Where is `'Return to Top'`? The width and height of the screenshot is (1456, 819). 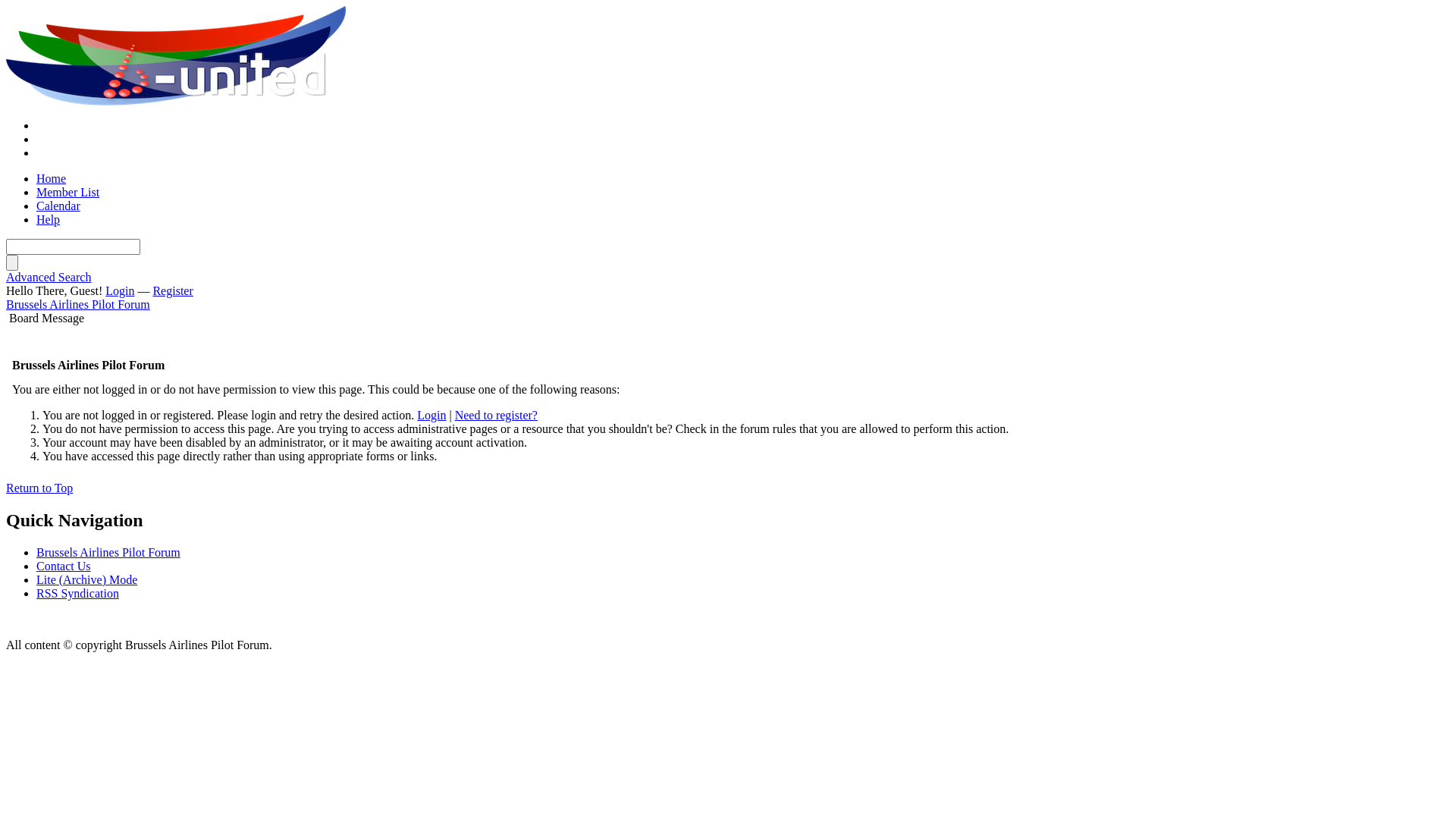 'Return to Top' is located at coordinates (6, 488).